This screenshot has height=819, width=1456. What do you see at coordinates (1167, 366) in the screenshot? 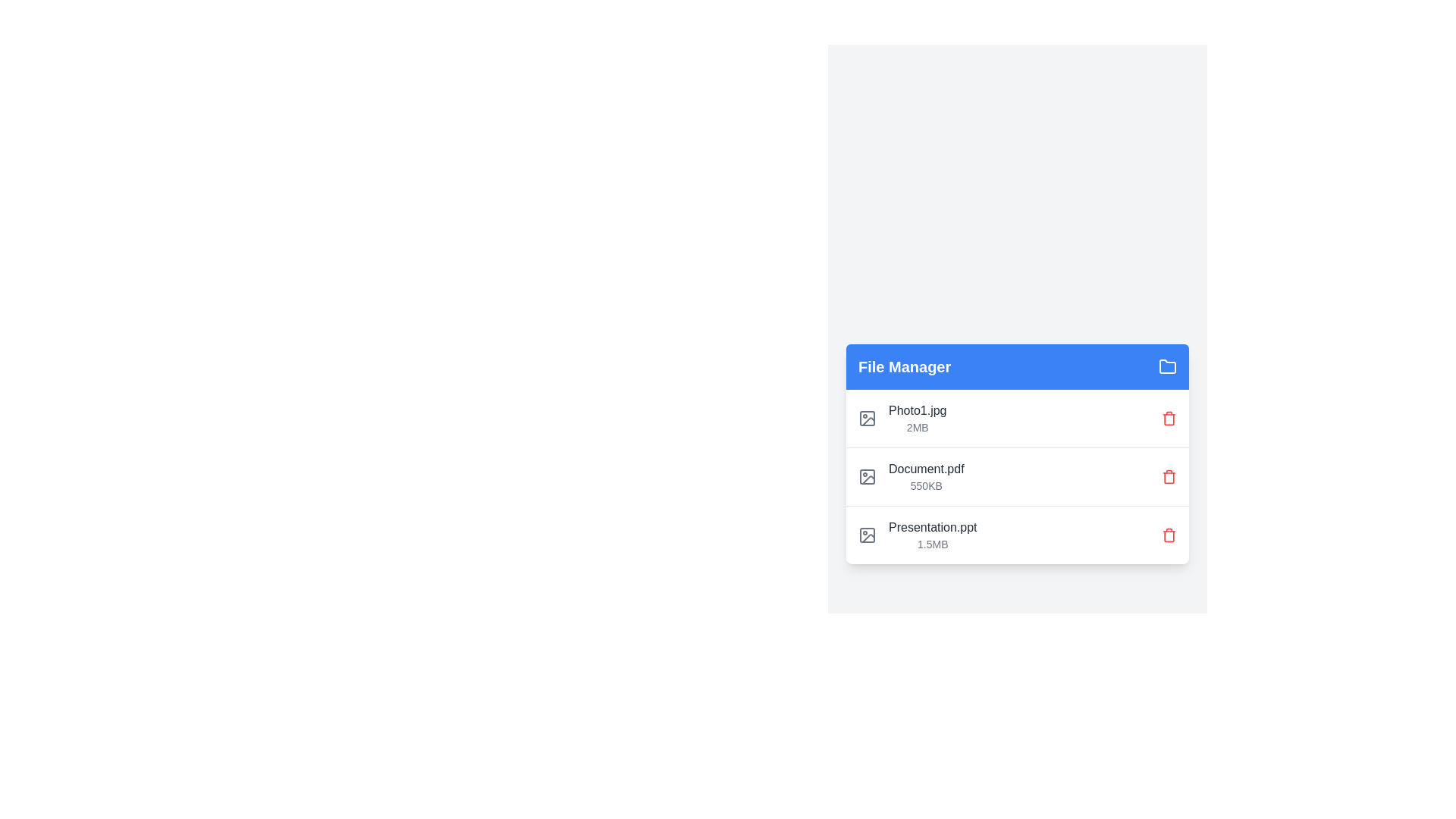
I see `the icon located in the top-right corner of the blue section labeled 'File Manager' to possibly display a tooltip` at bounding box center [1167, 366].